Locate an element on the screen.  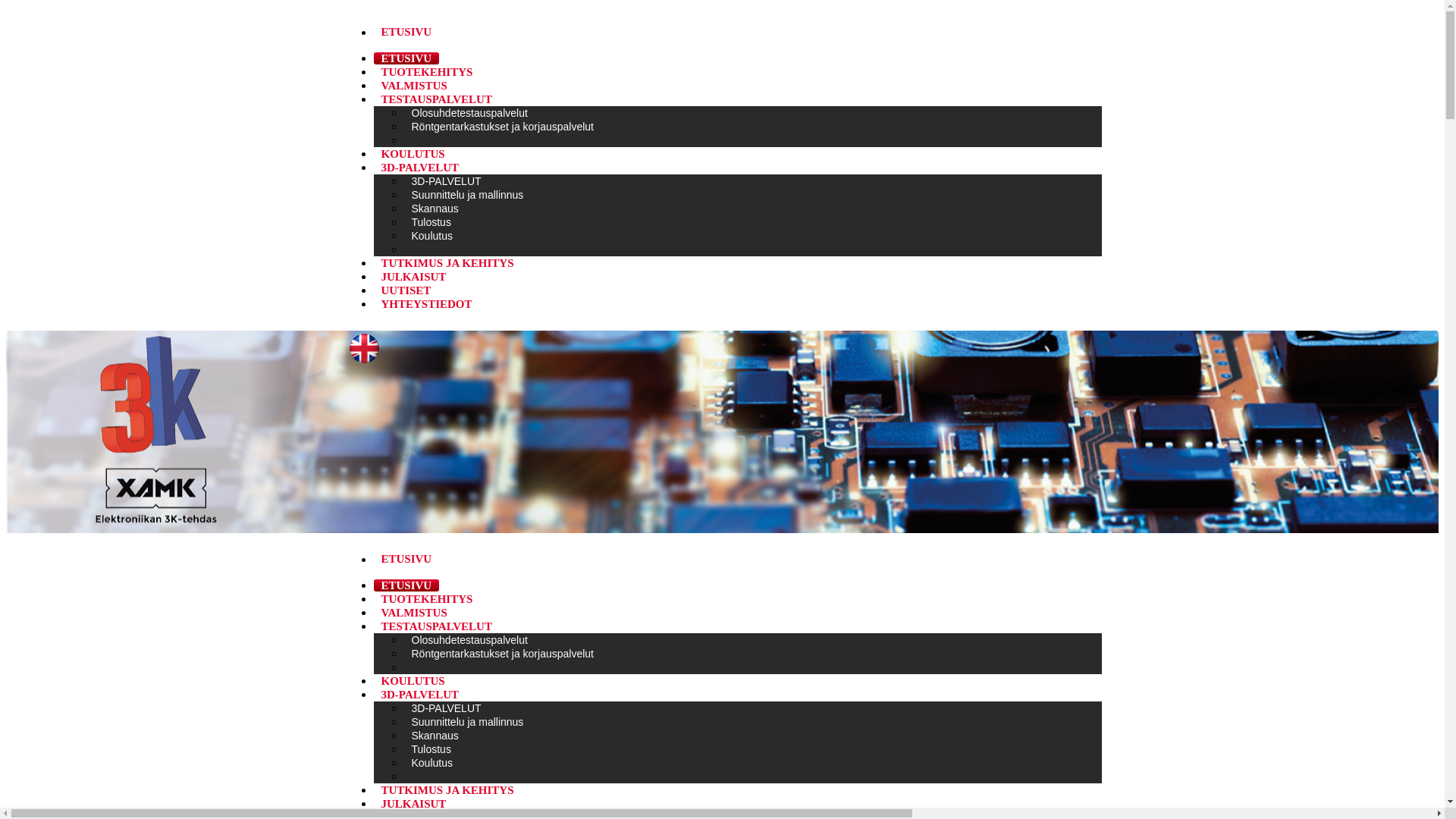
'3D-PALVELUT' is located at coordinates (419, 694).